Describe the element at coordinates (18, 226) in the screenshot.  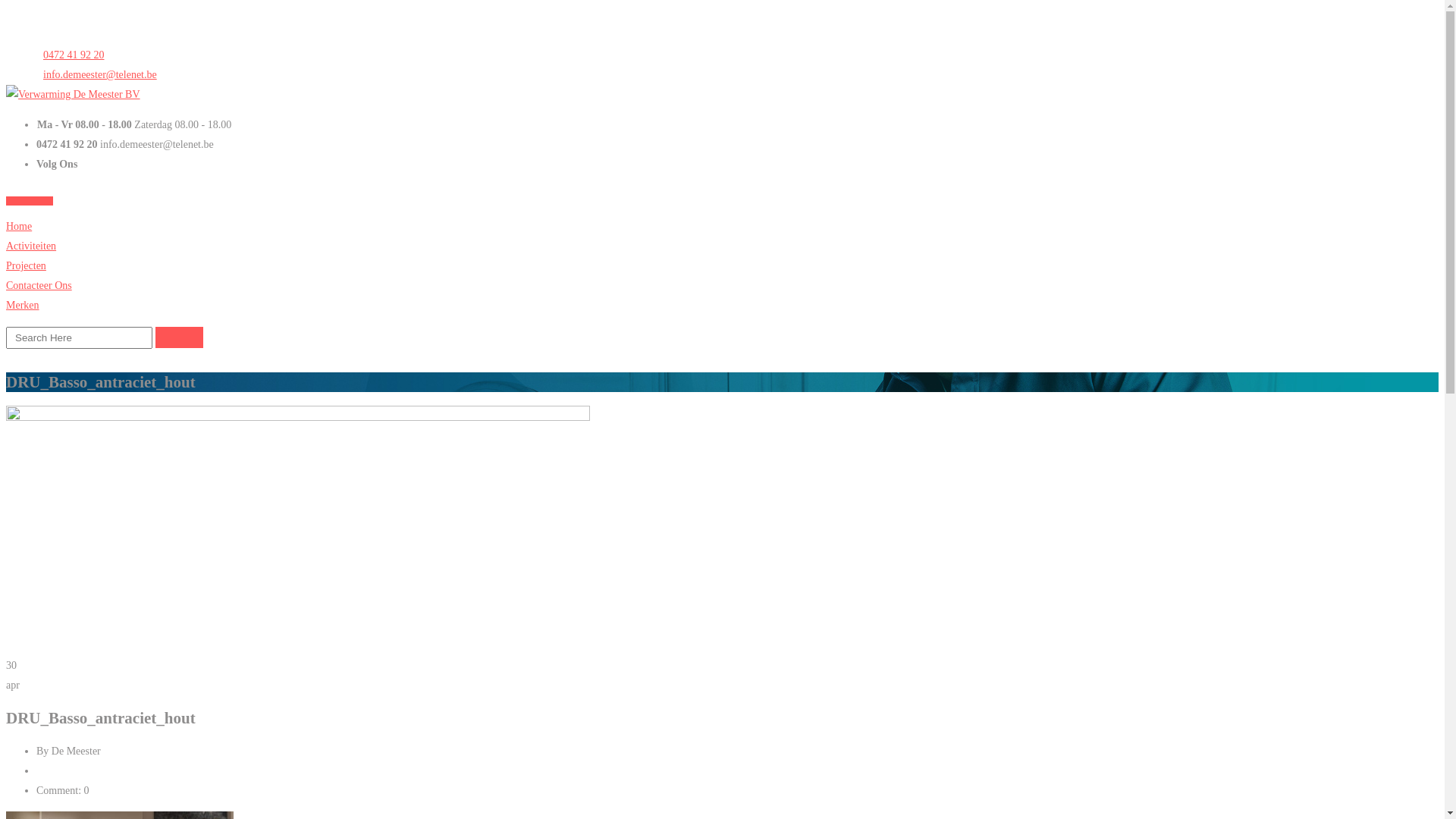
I see `'Home'` at that location.